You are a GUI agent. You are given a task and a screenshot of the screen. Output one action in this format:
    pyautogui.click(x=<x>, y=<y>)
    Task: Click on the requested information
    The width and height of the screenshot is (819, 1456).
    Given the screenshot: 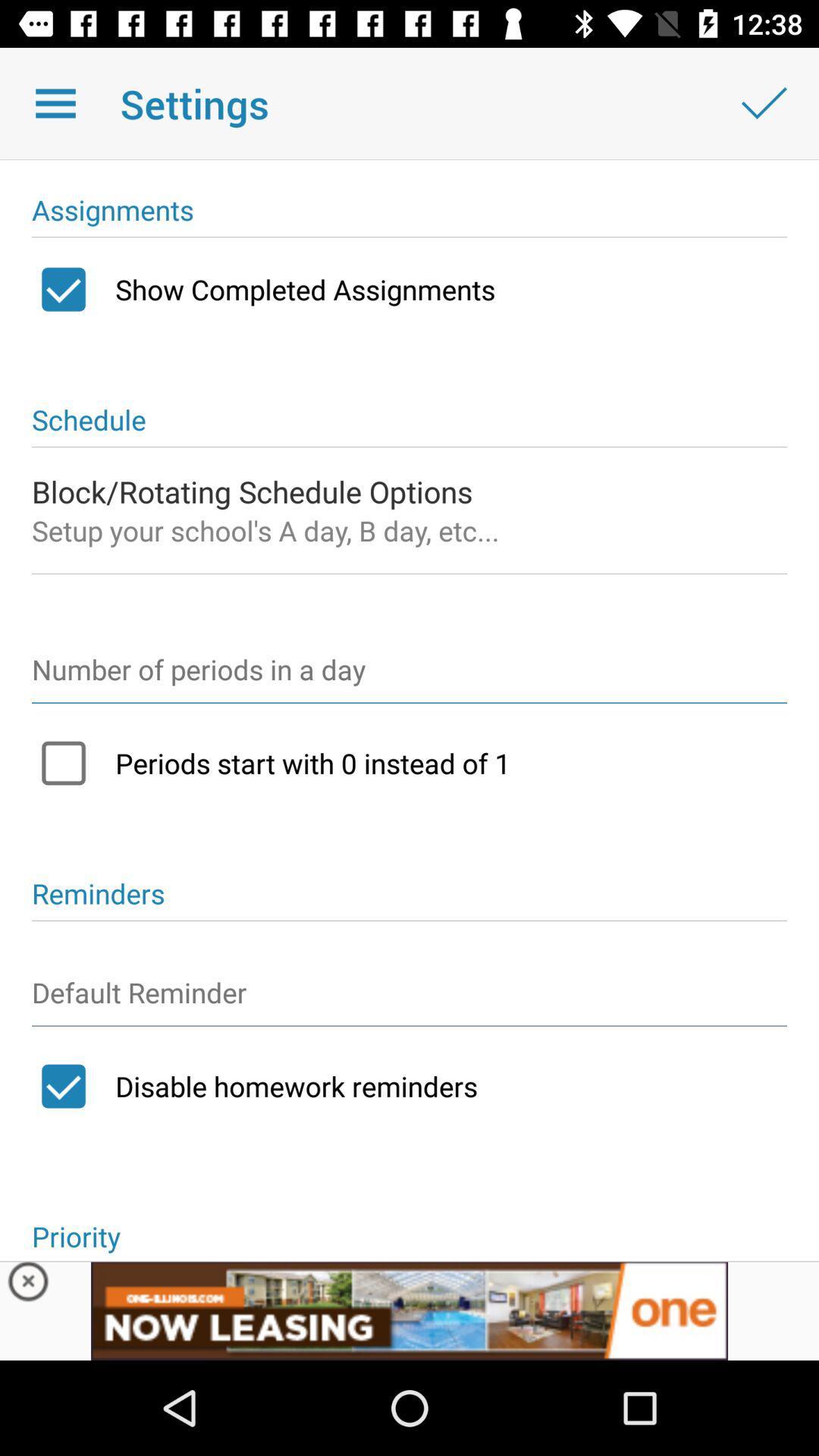 What is the action you would take?
    pyautogui.click(x=409, y=676)
    